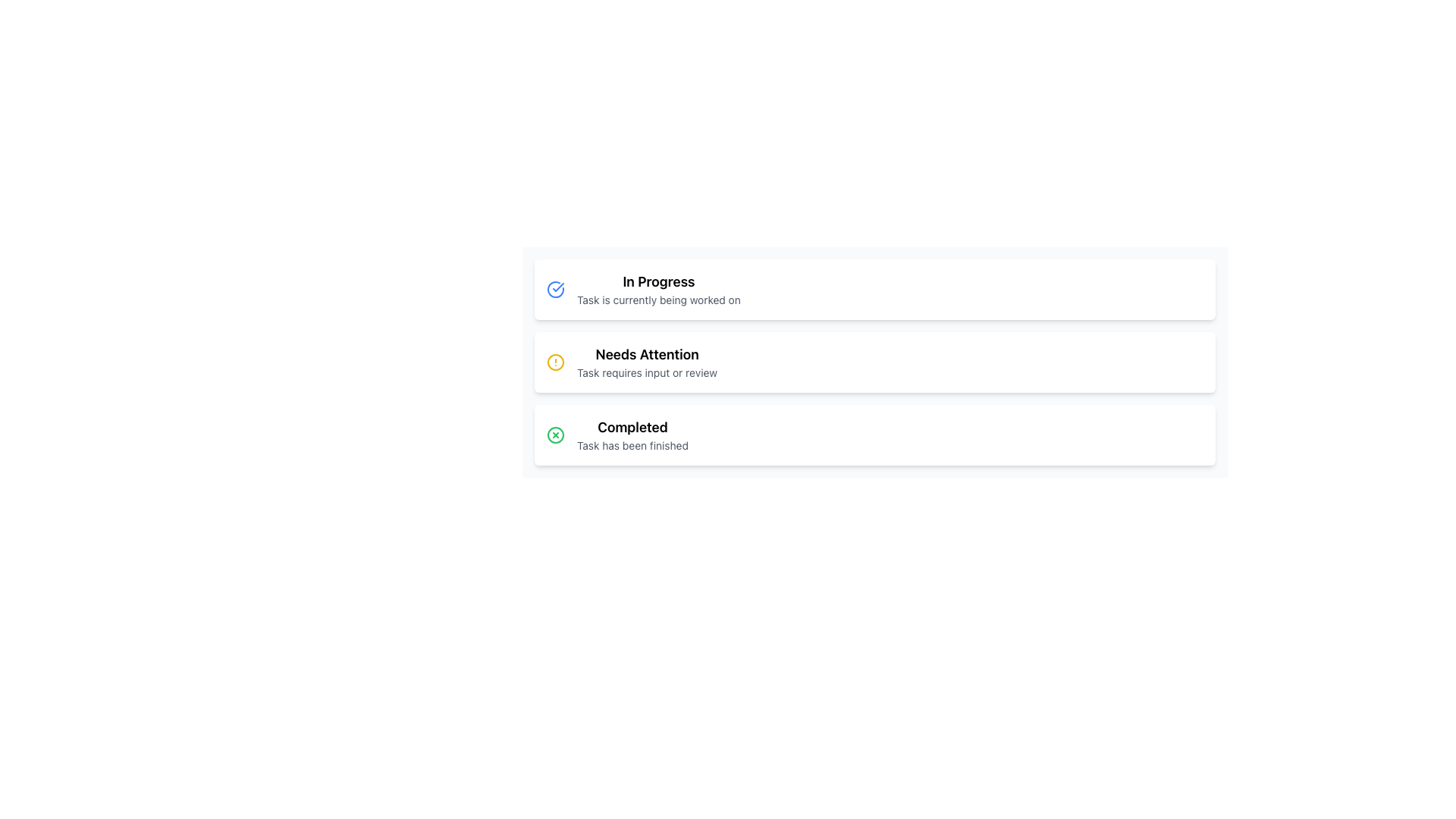 This screenshot has width=1456, height=819. What do you see at coordinates (632, 435) in the screenshot?
I see `the static text block displaying 'Completed' and 'Task has been finished', which is located to the right of a green circular checkmark icon and below the 'Needs Attention' item` at bounding box center [632, 435].